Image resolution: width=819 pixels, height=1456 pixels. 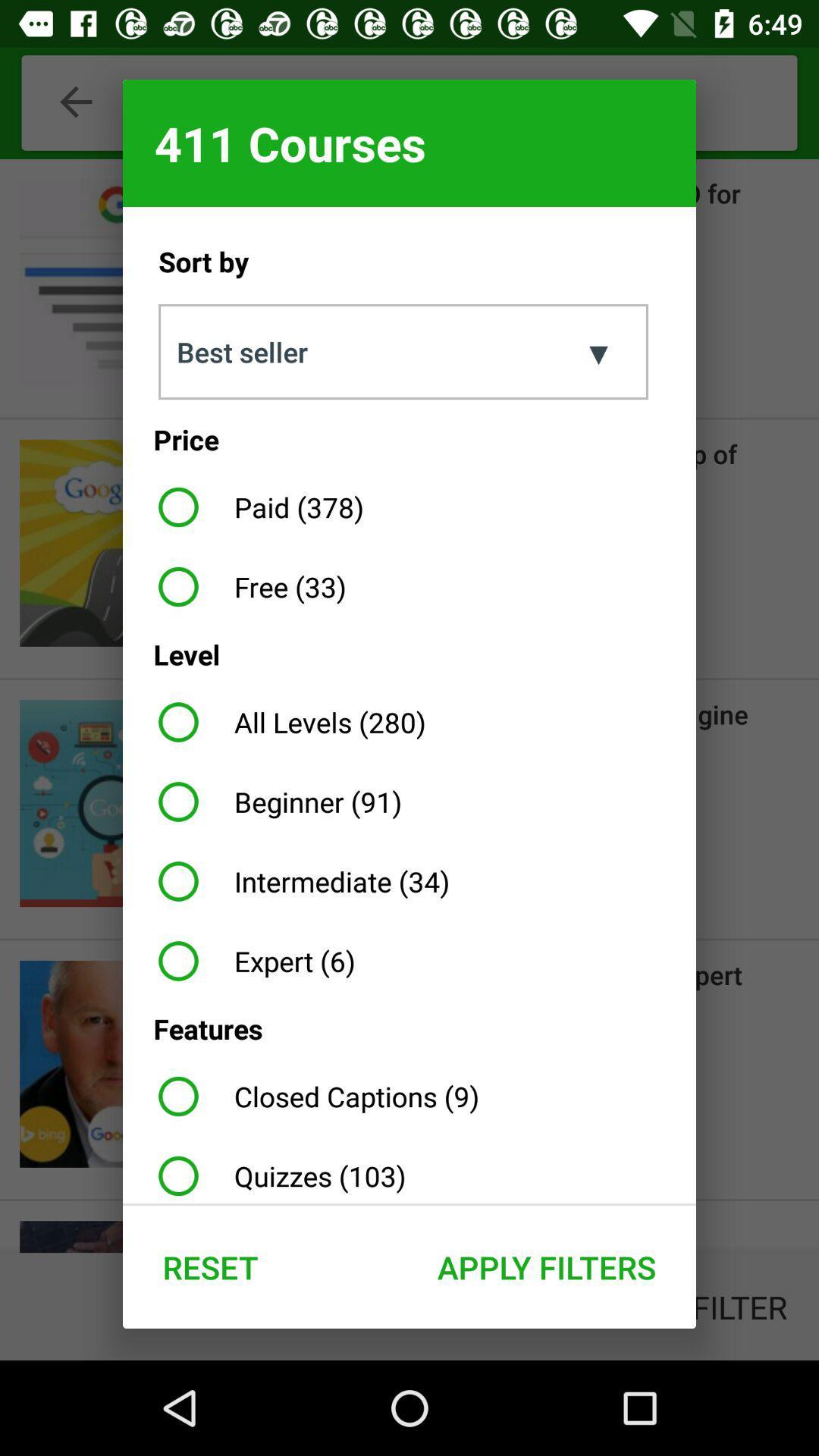 What do you see at coordinates (593, 351) in the screenshot?
I see `item to the right of the sort by item` at bounding box center [593, 351].